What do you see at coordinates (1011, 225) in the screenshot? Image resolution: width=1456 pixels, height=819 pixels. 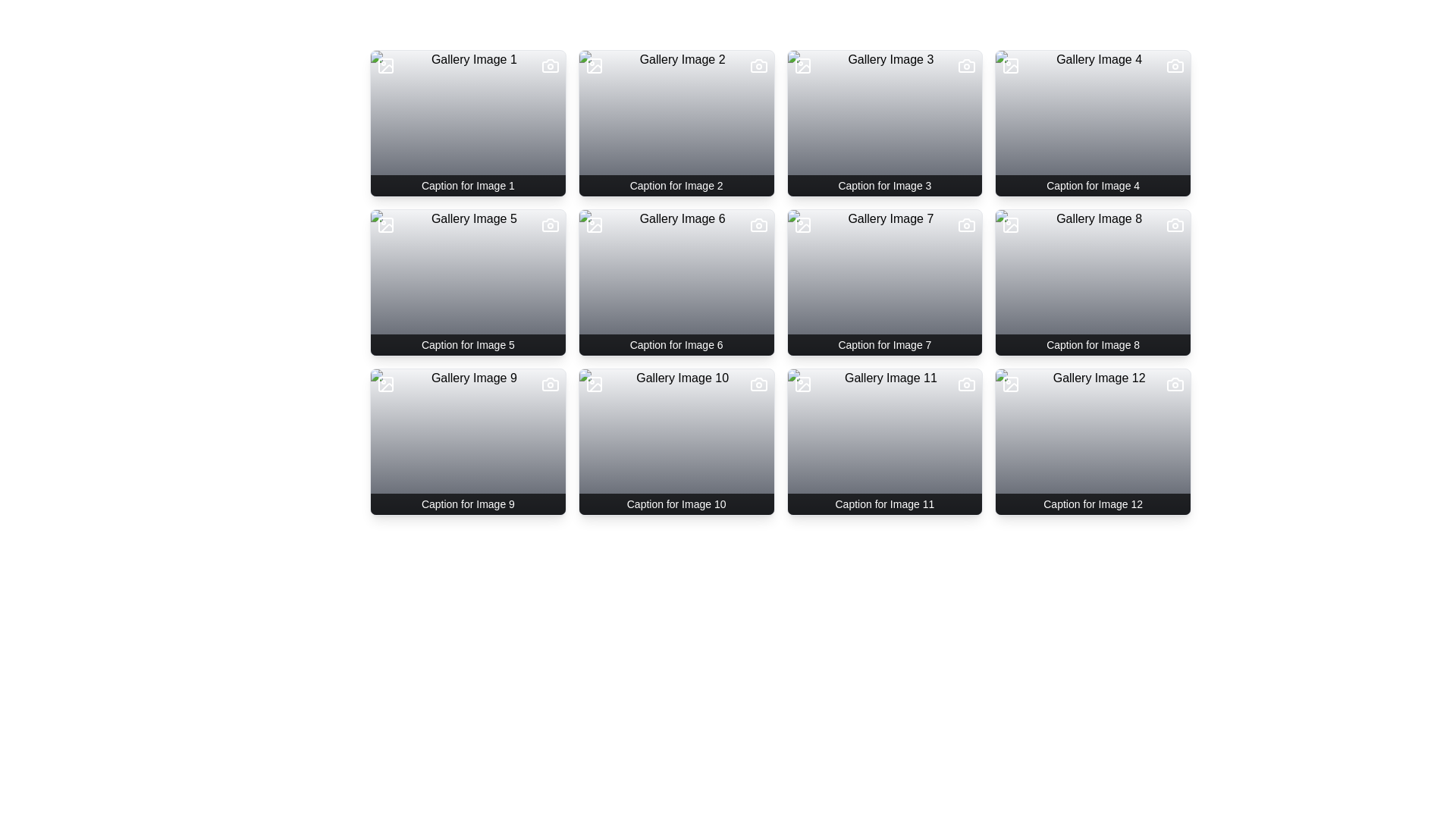 I see `the image placeholder icon located in the top-left corner of the card labeled 'Gallery Image 8'` at bounding box center [1011, 225].